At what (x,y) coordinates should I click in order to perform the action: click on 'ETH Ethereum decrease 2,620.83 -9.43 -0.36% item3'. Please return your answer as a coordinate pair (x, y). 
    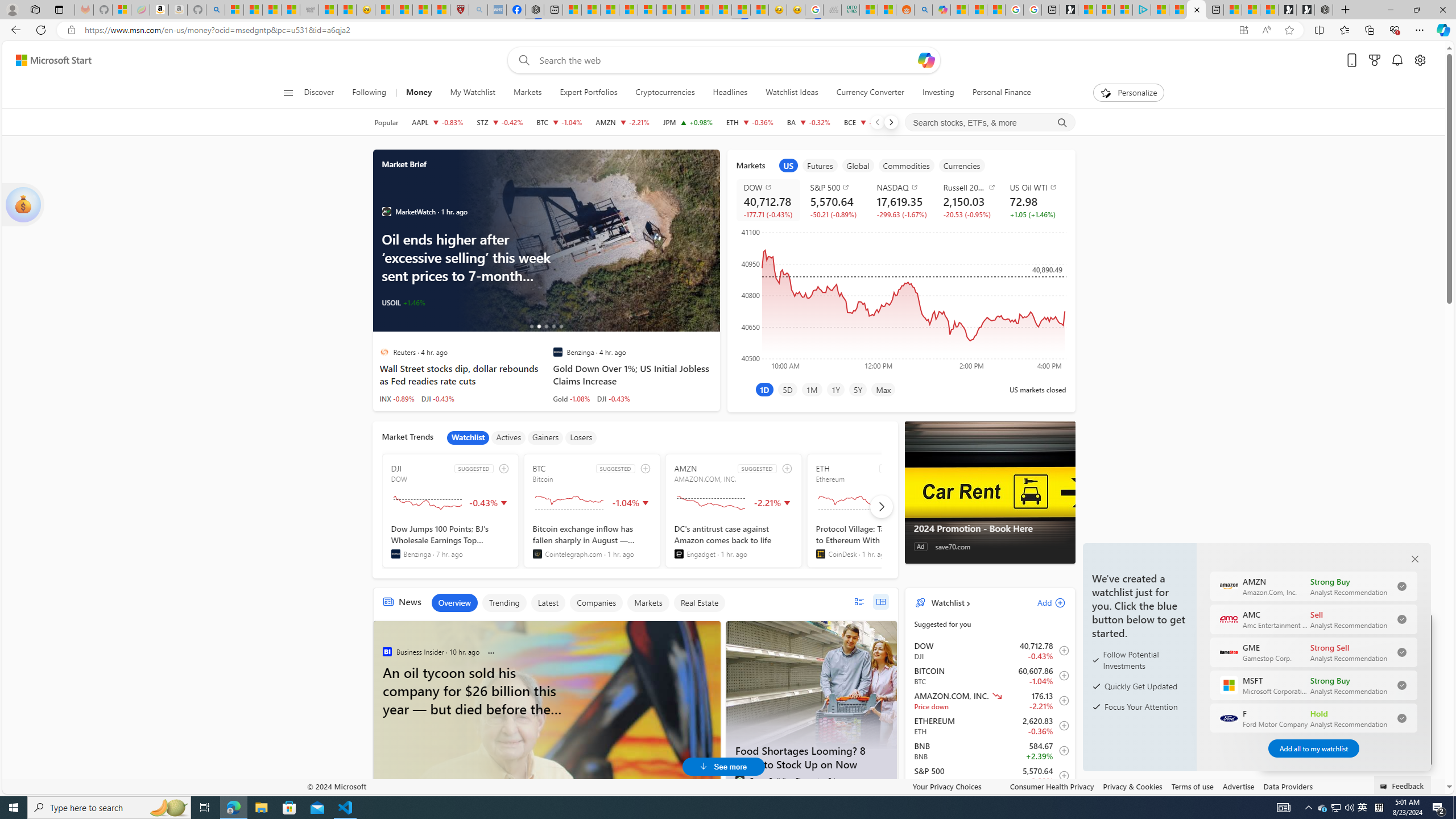
    Looking at the image, I should click on (990, 725).